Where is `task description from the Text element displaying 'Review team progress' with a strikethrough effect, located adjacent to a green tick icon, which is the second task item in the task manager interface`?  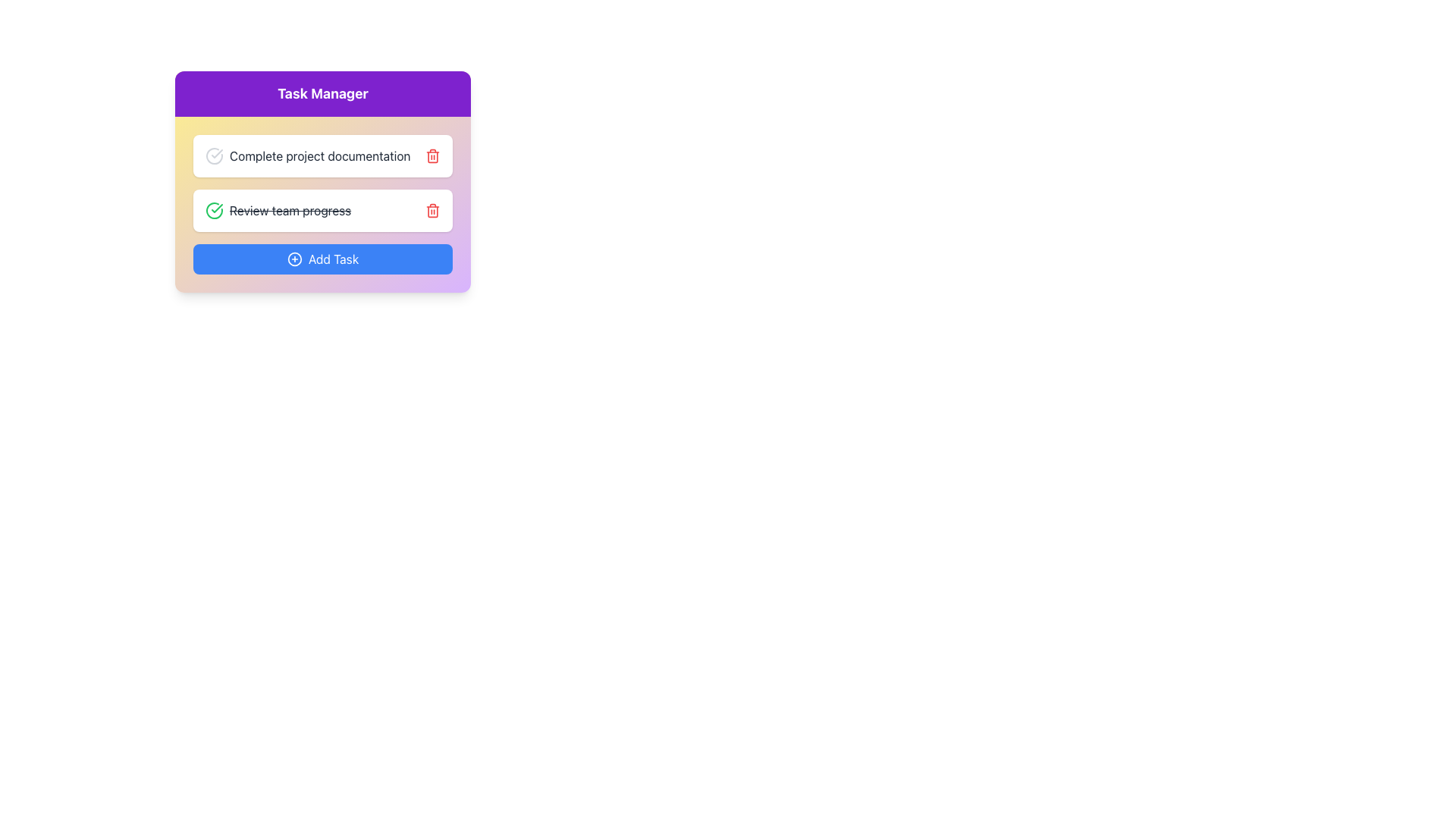
task description from the Text element displaying 'Review team progress' with a strikethrough effect, located adjacent to a green tick icon, which is the second task item in the task manager interface is located at coordinates (278, 210).